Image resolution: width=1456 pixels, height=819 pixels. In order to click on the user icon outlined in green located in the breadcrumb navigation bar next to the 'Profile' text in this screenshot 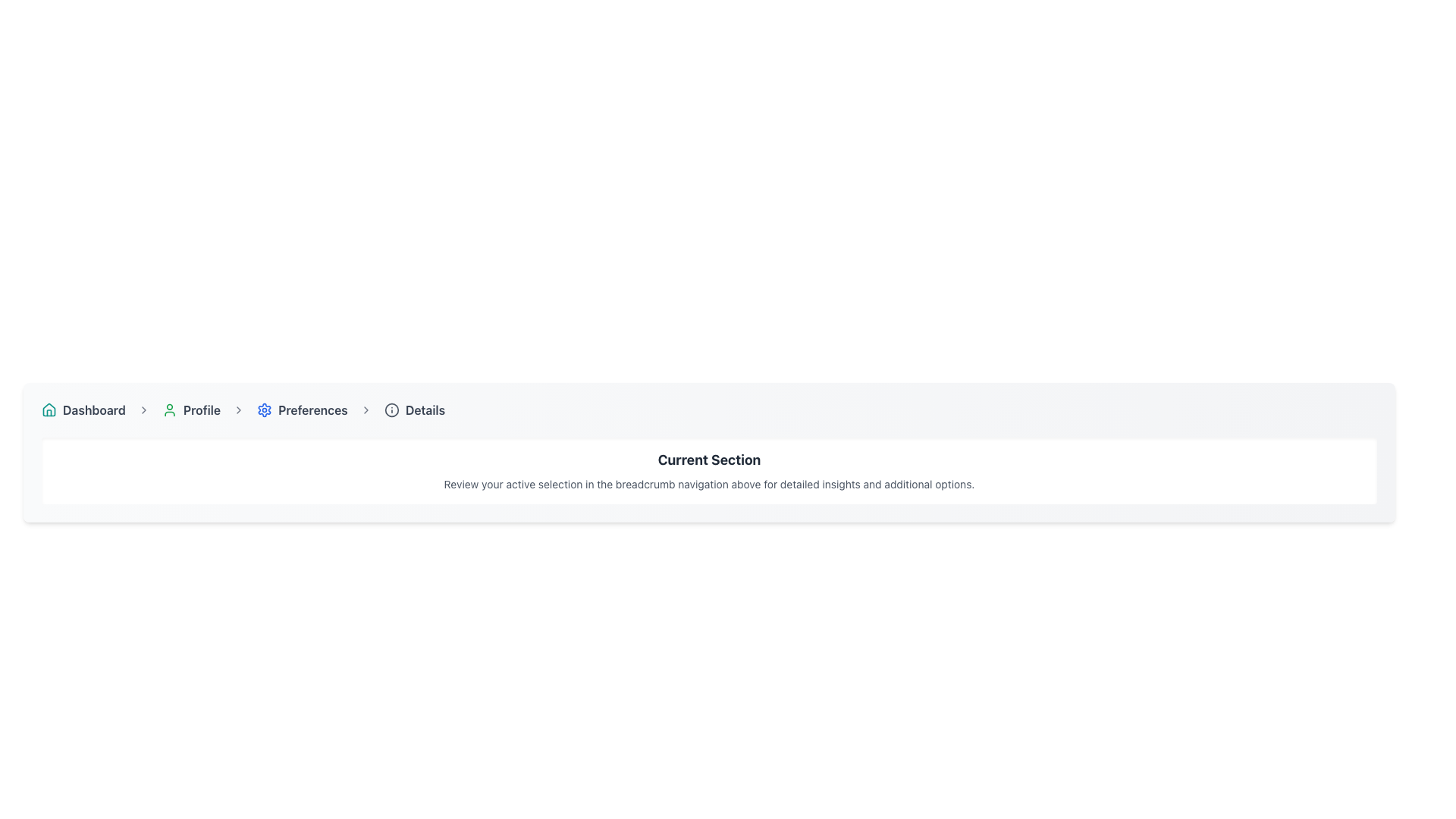, I will do `click(169, 409)`.